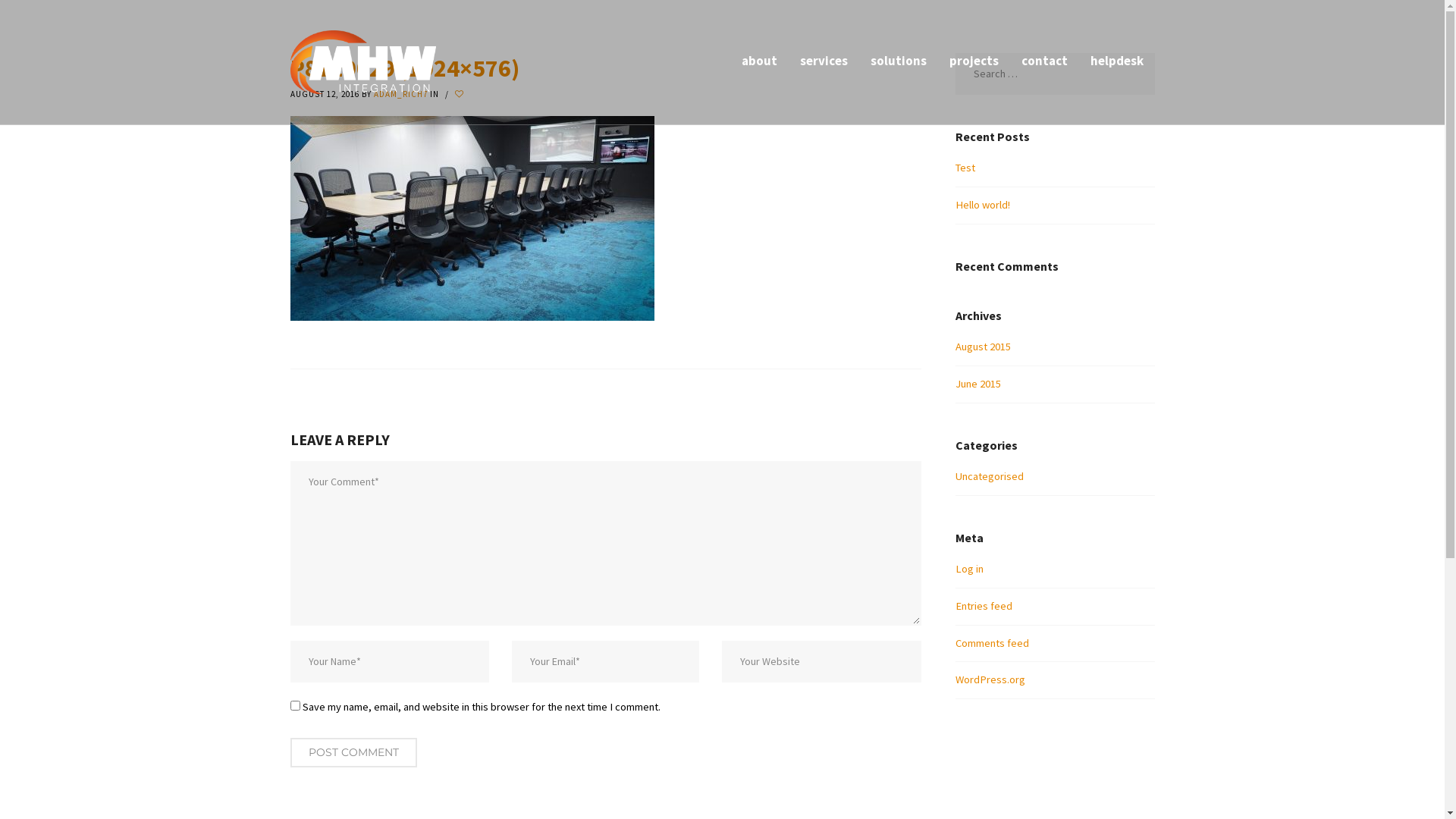  Describe the element at coordinates (990, 475) in the screenshot. I see `'Uncategorised'` at that location.